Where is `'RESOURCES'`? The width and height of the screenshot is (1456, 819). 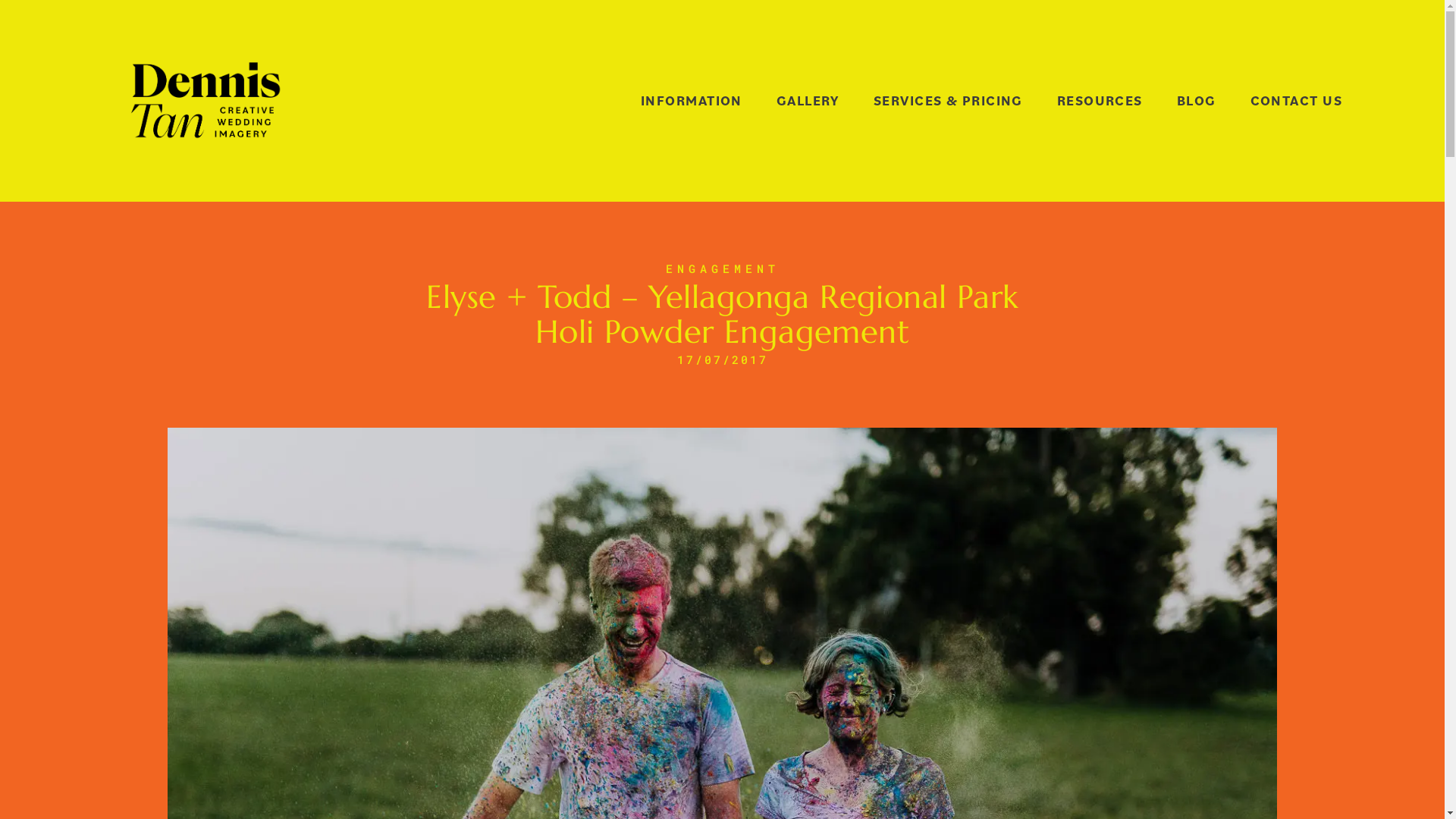 'RESOURCES' is located at coordinates (1100, 101).